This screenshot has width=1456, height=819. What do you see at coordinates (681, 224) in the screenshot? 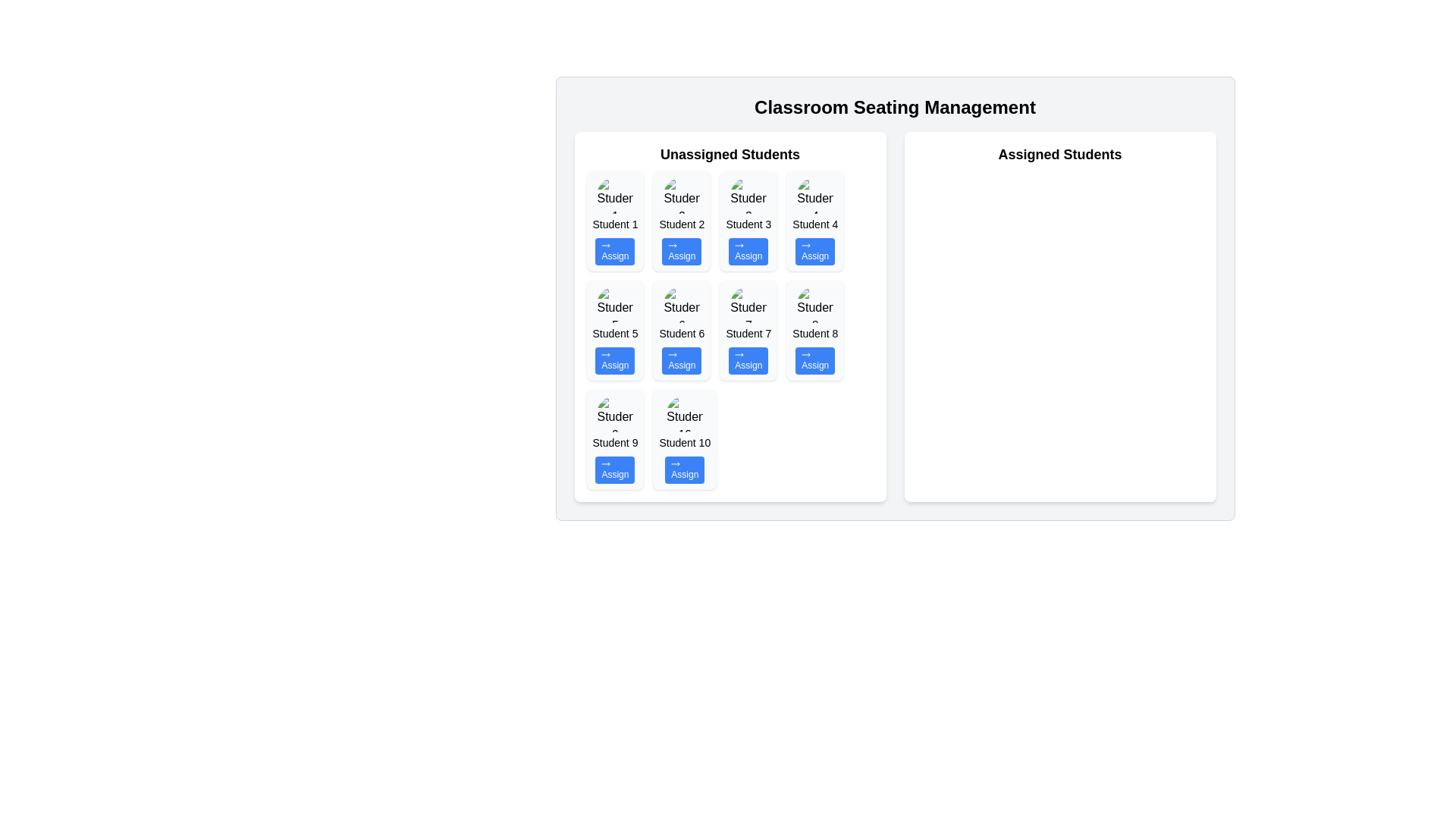
I see `the label displaying 'Student 2' located in the third column of the 'Unassigned Students' list box, which appears beneath the student's avatar and above the 'Assign' button` at bounding box center [681, 224].